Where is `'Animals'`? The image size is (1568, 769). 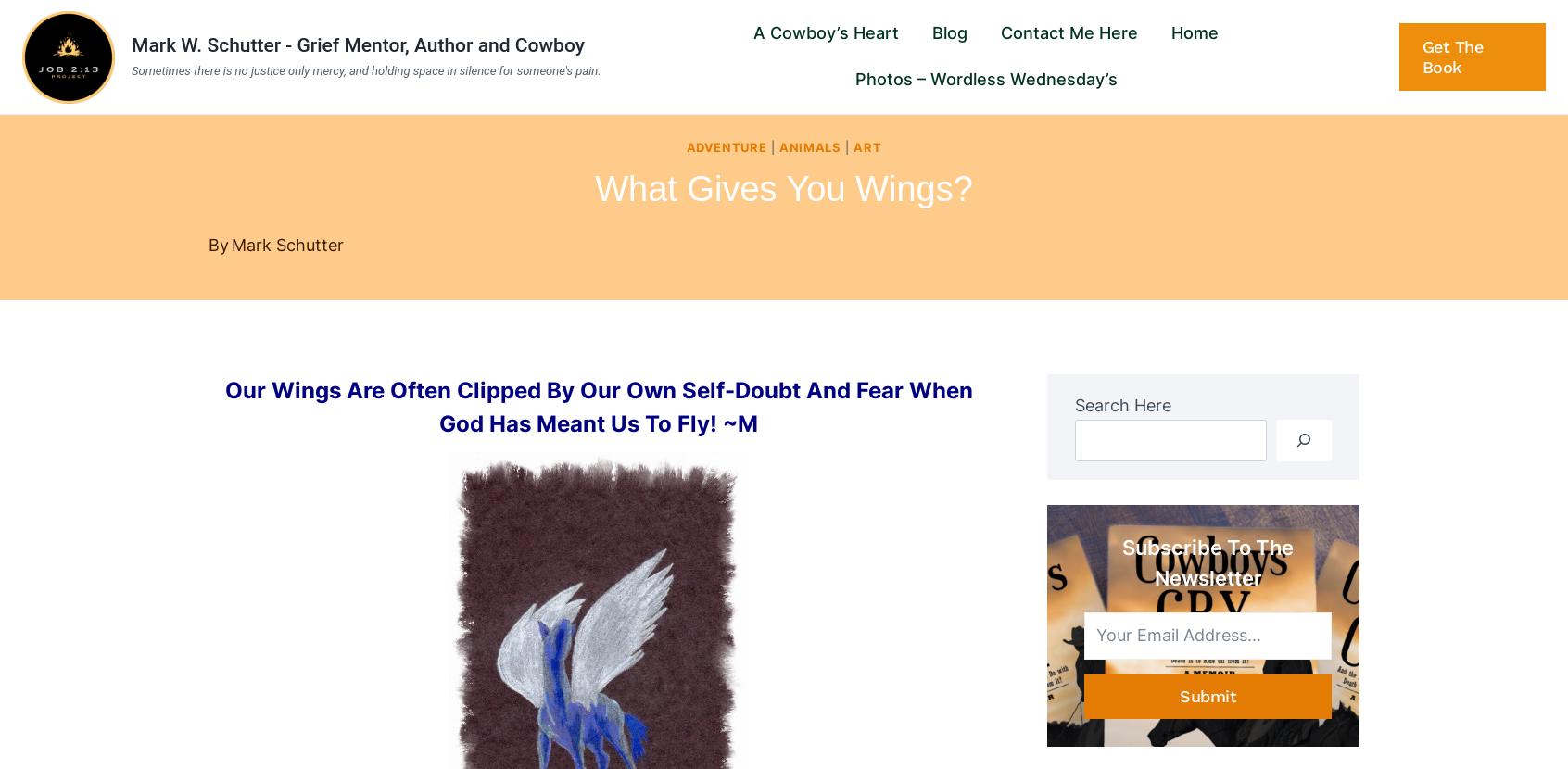 'Animals' is located at coordinates (808, 145).